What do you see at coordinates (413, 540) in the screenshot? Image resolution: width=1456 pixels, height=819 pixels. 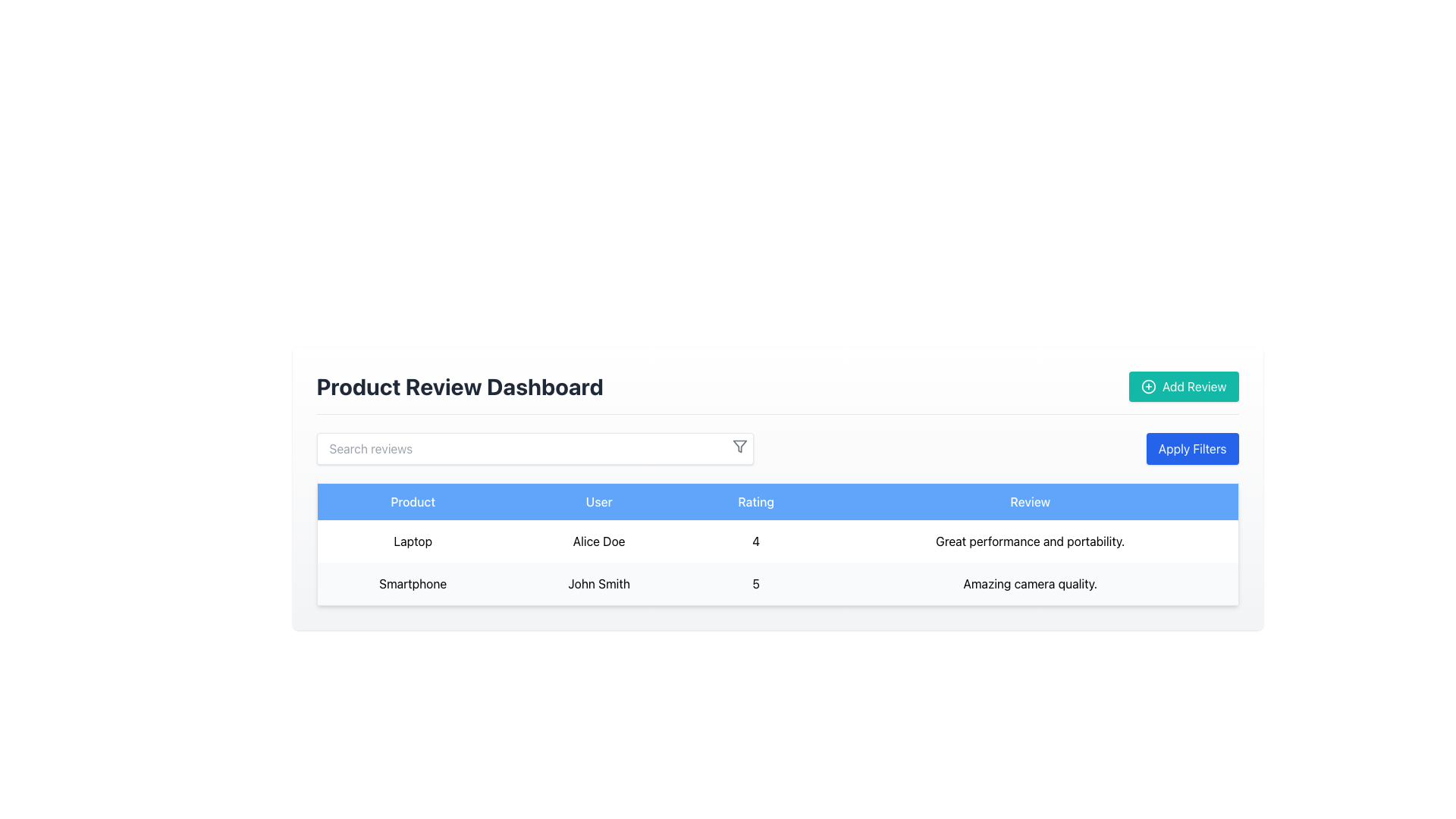 I see `the Text label displaying the product name, located in the first row of the table under the 'Product' column` at bounding box center [413, 540].